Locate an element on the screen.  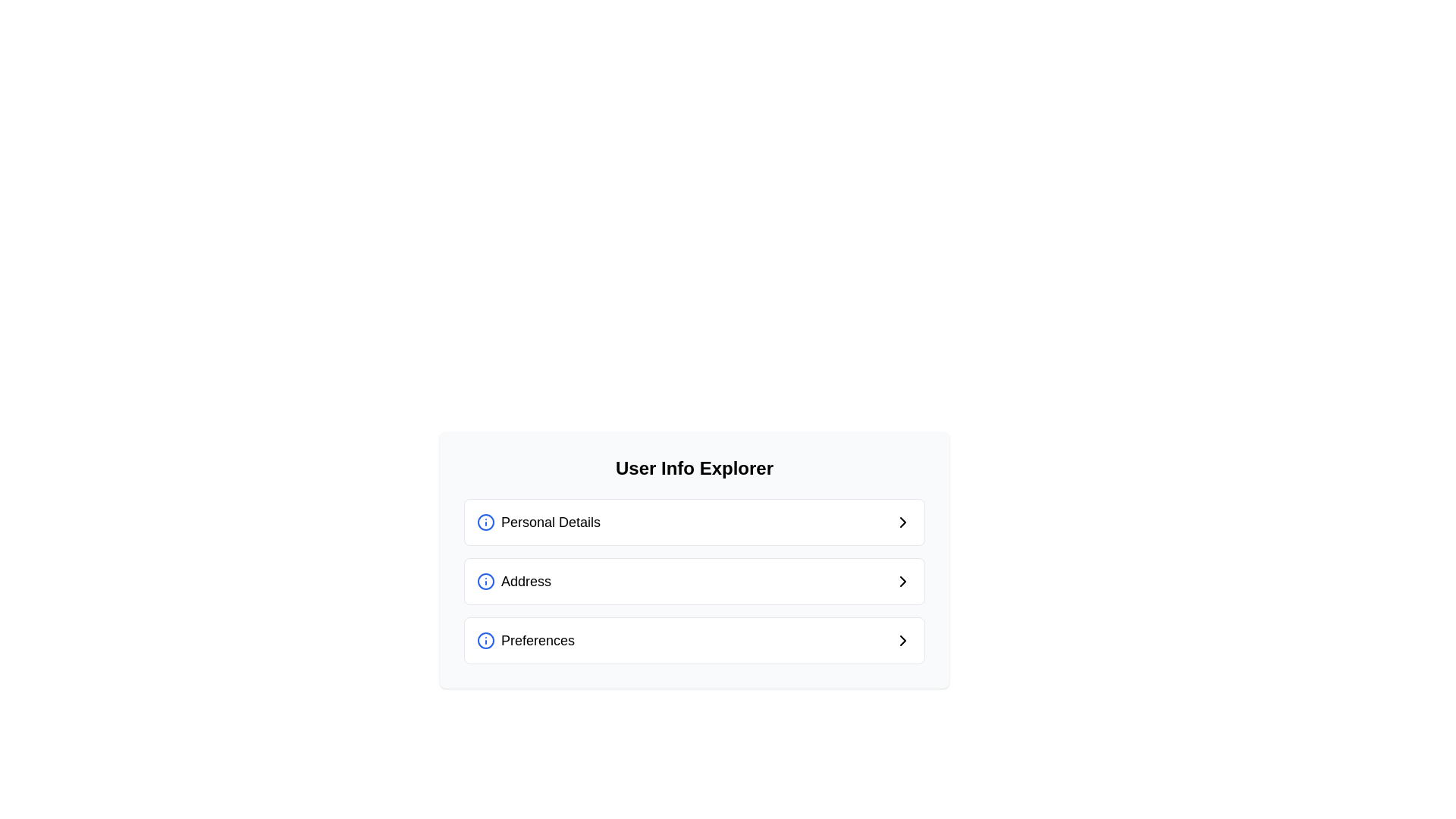
the second row in the clickable list, which serves as a selectable row leading to the user's address details is located at coordinates (694, 560).